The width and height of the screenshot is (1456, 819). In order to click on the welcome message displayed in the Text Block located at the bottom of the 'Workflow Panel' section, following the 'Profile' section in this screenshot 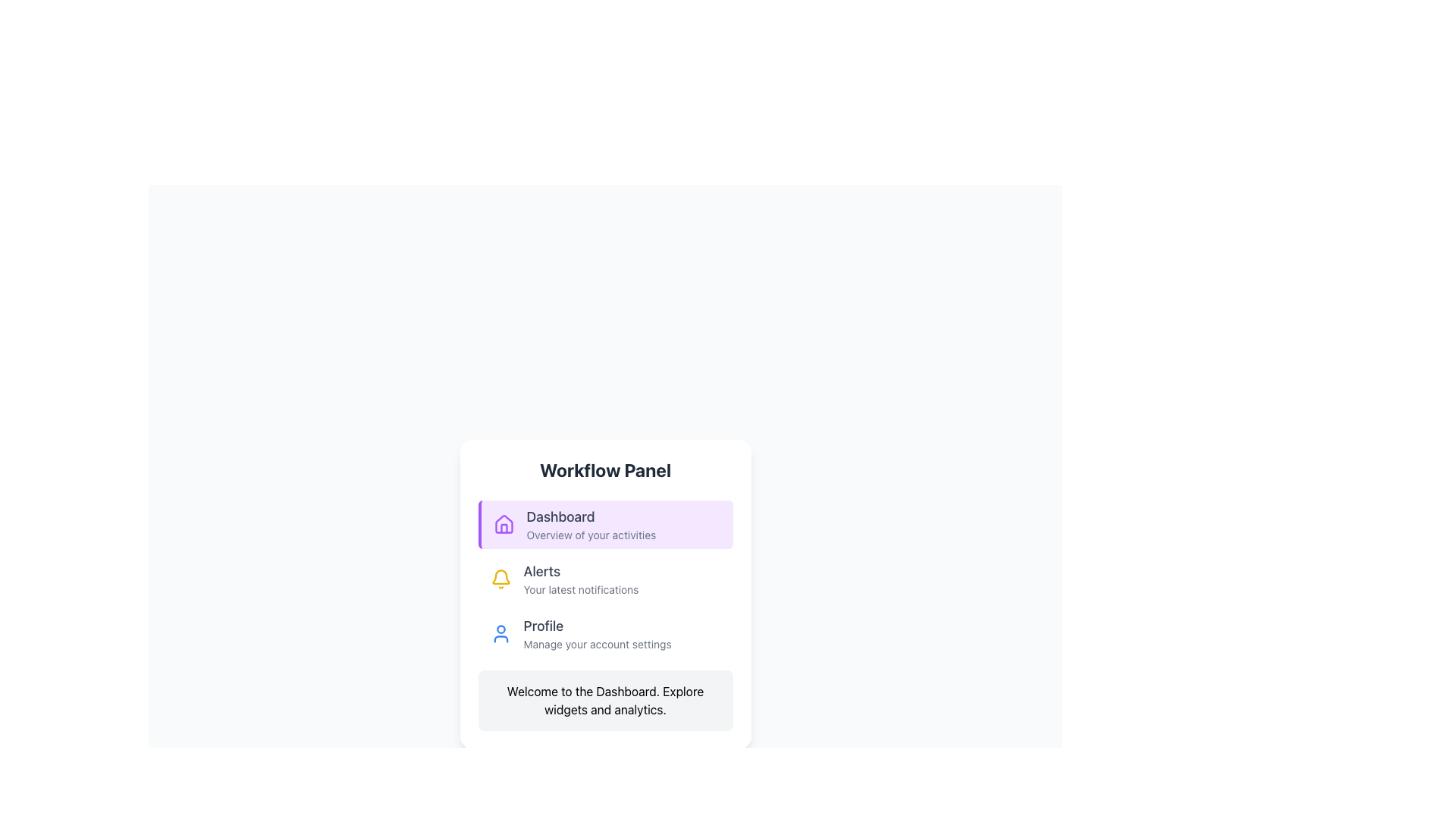, I will do `click(604, 701)`.